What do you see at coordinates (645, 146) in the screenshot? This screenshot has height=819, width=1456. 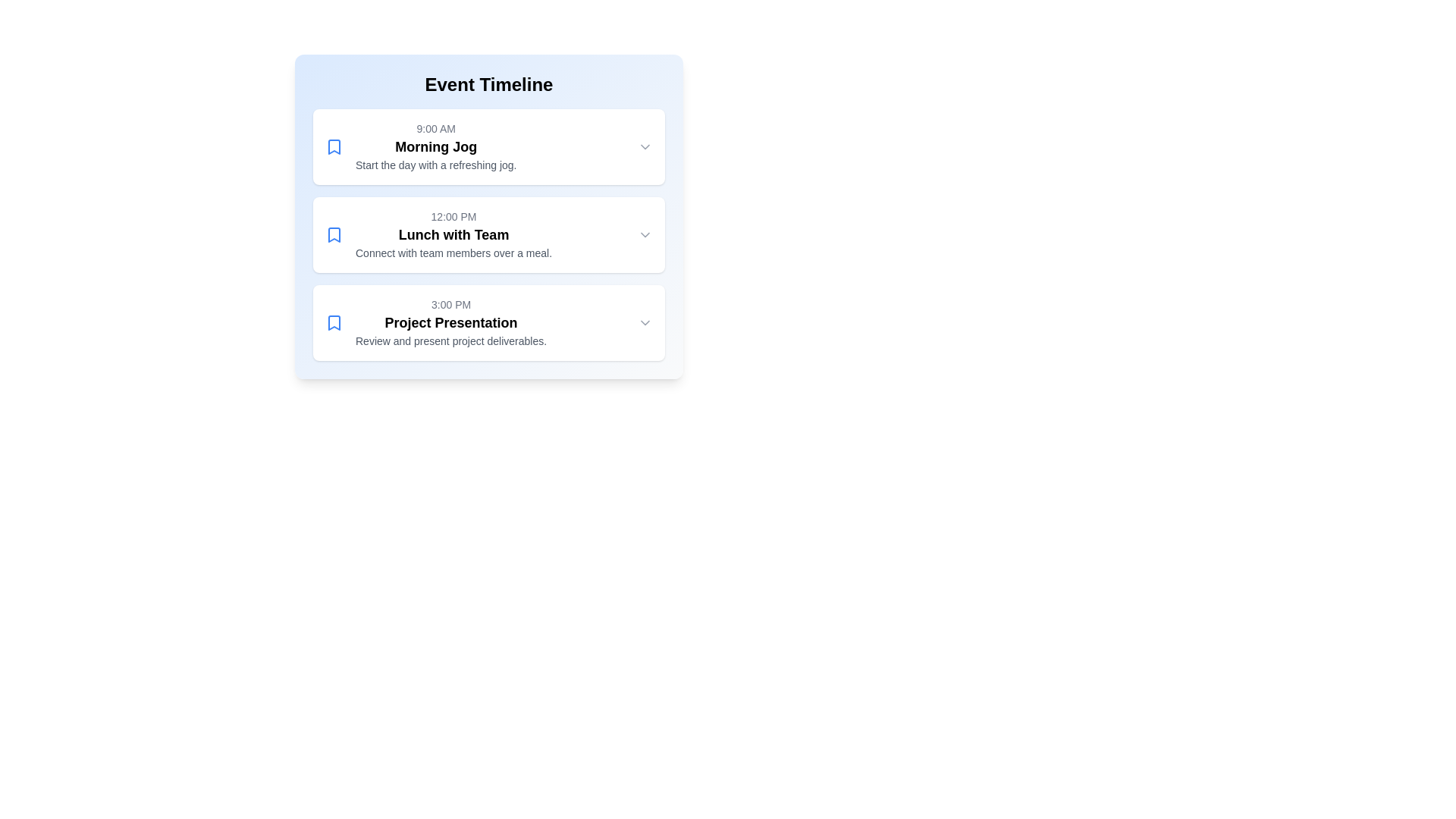 I see `the chevron icon (Dropdown Indicator) located at the rightmost edge of the 'Morning Jog' event` at bounding box center [645, 146].